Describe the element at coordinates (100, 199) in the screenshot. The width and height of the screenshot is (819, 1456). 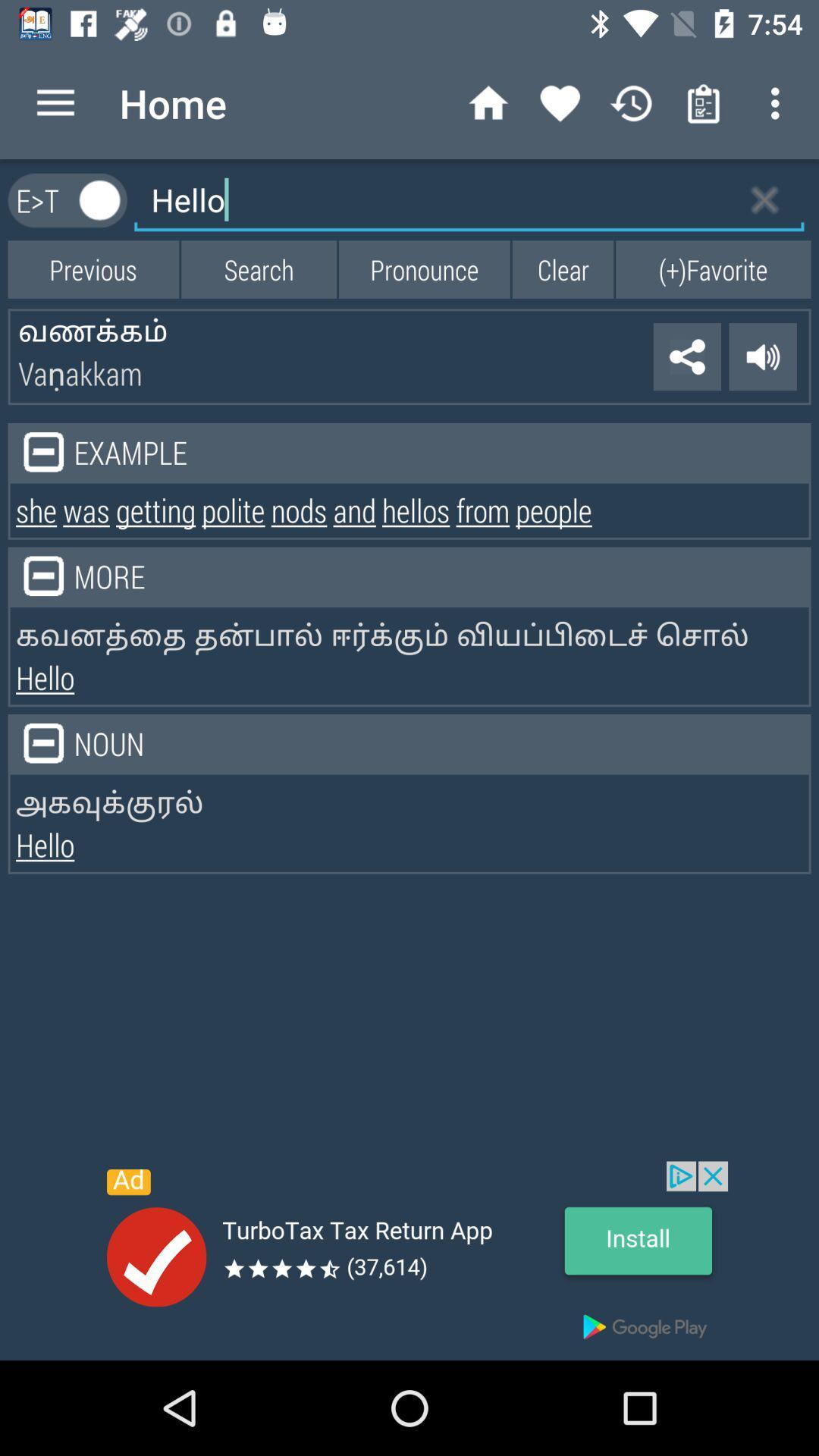
I see `change language translation` at that location.